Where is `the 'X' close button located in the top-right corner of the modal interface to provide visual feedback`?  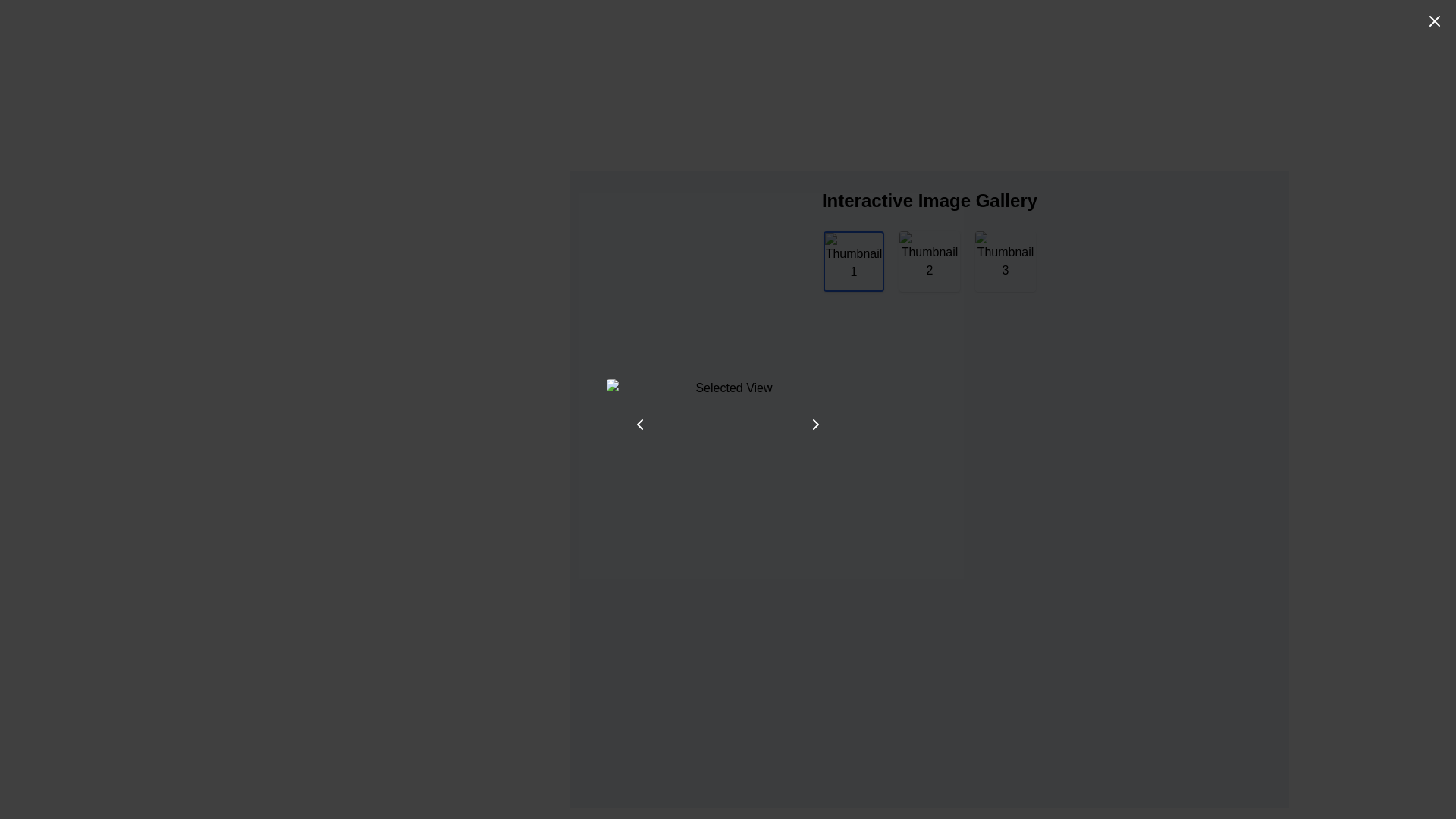
the 'X' close button located in the top-right corner of the modal interface to provide visual feedback is located at coordinates (1433, 20).